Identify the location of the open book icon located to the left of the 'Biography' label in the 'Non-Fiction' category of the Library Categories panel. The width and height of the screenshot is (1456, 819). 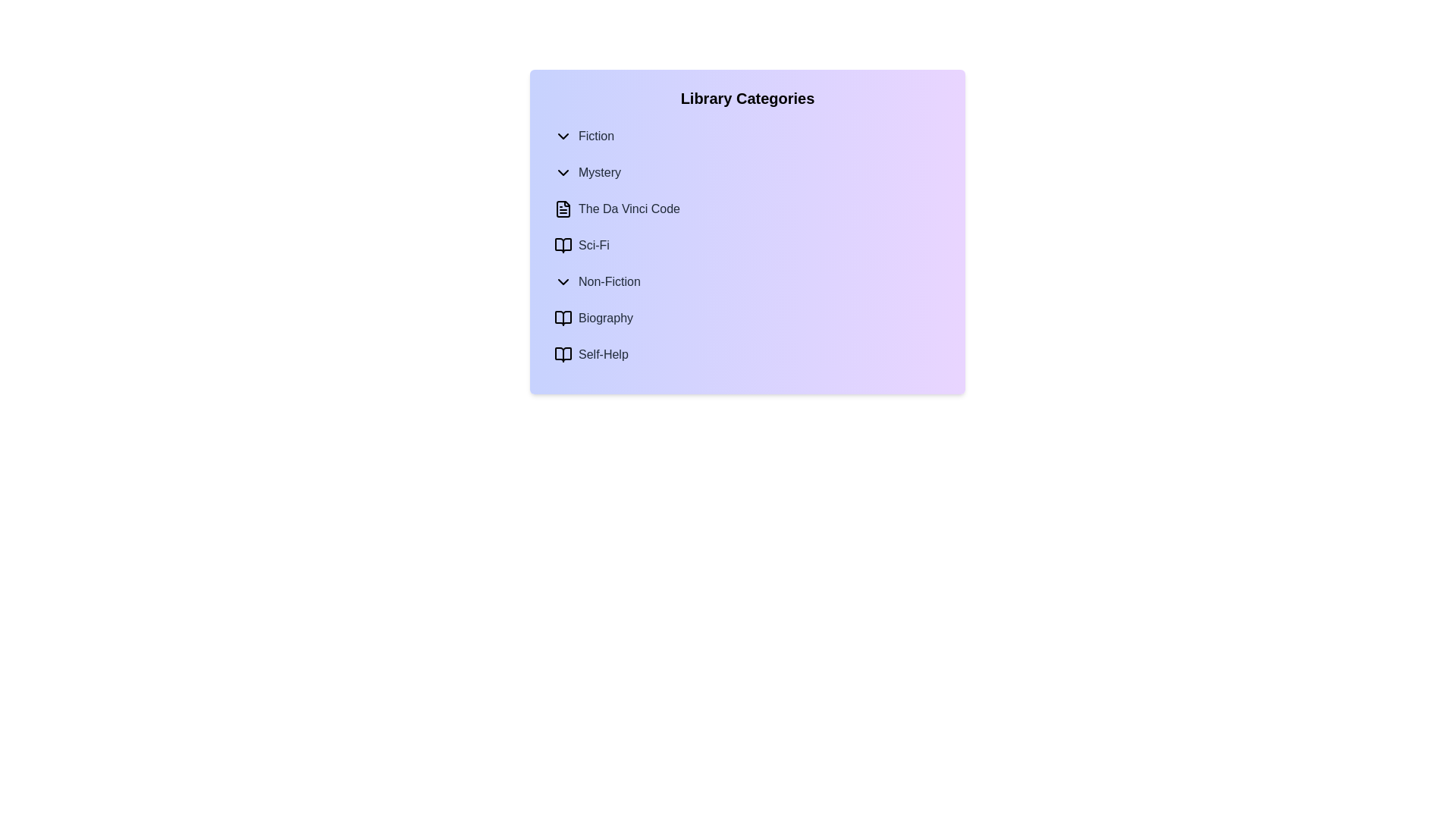
(563, 318).